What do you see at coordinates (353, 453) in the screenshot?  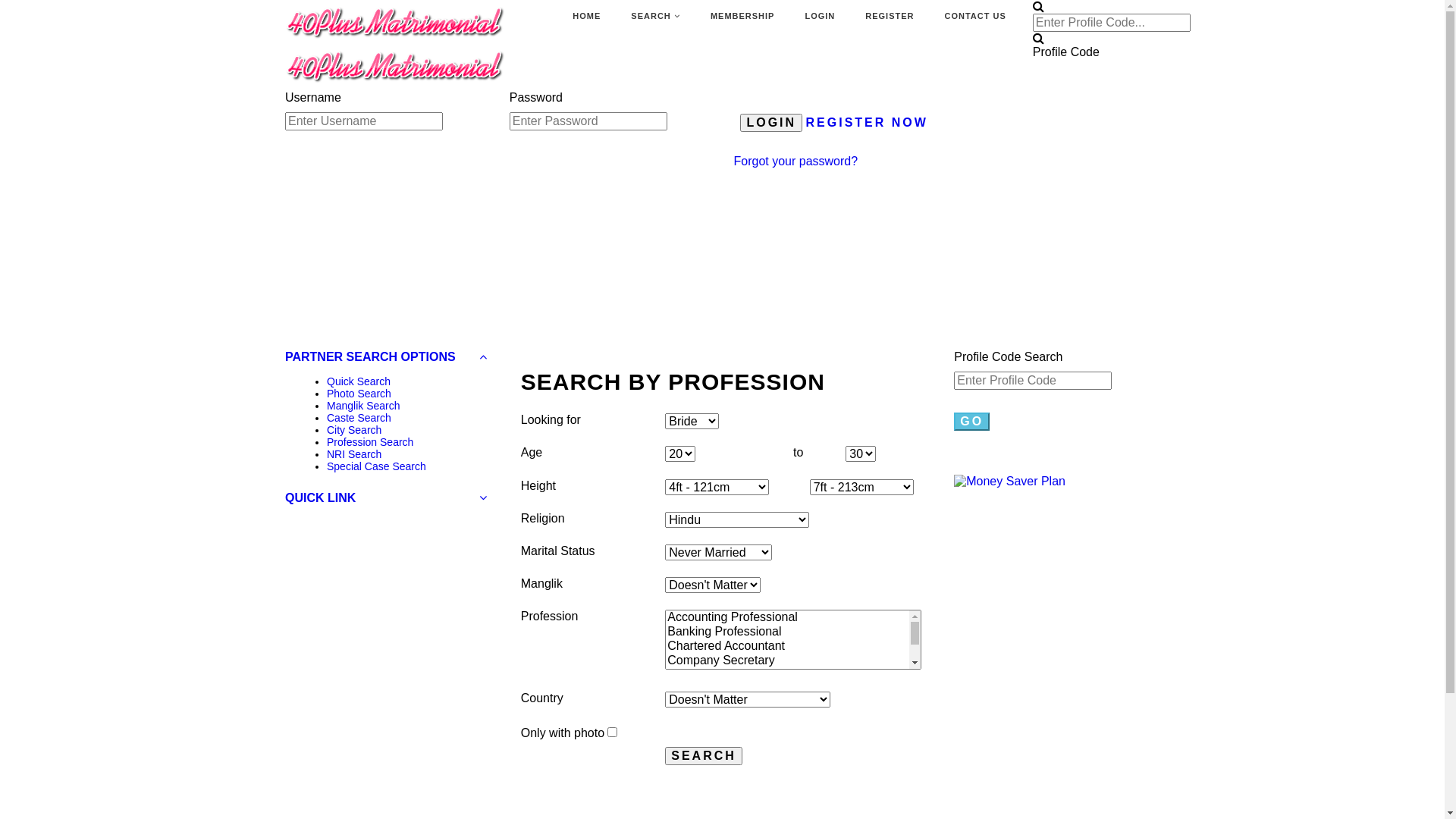 I see `'NRI Search'` at bounding box center [353, 453].